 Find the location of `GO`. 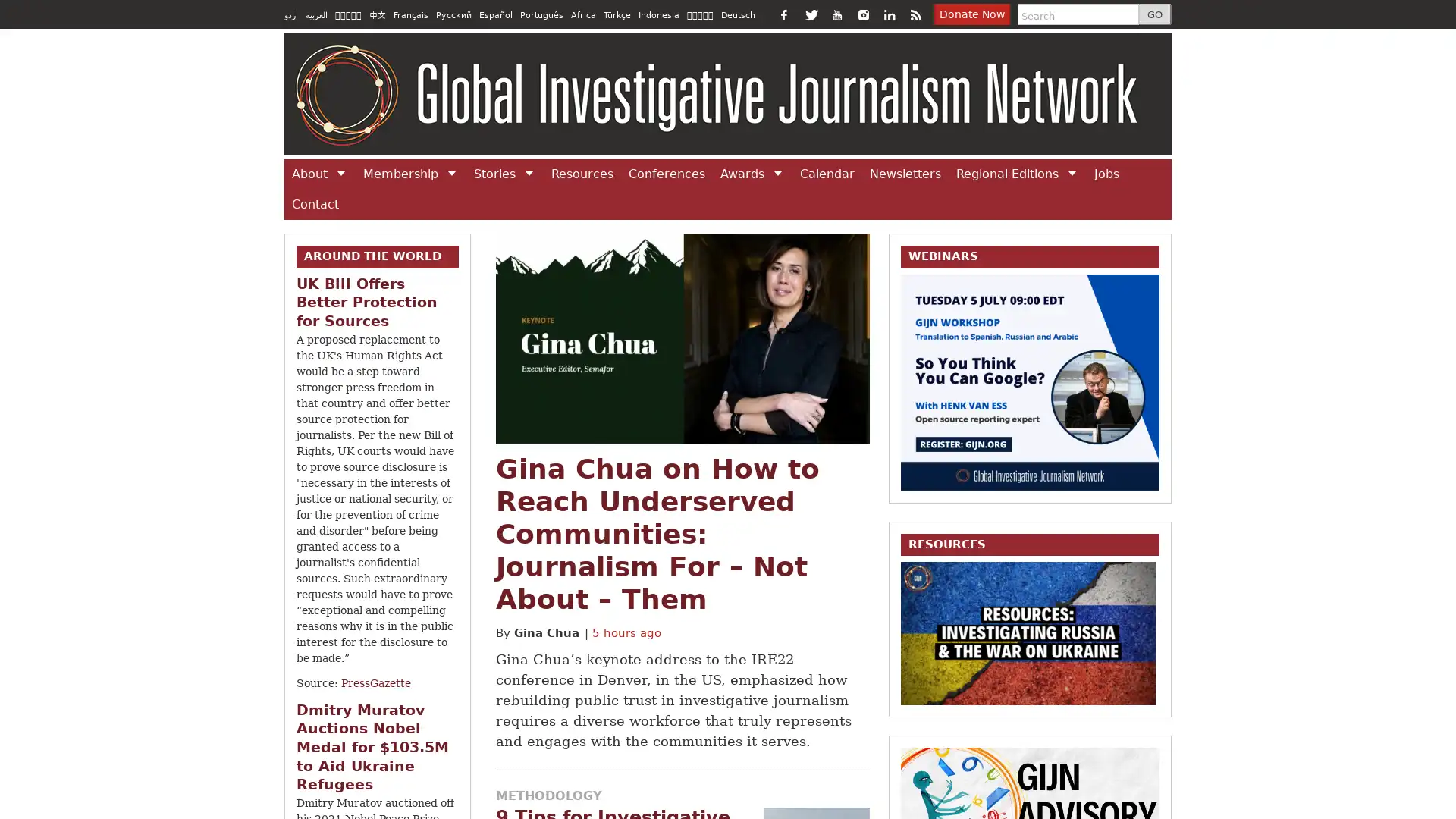

GO is located at coordinates (1149, 14).